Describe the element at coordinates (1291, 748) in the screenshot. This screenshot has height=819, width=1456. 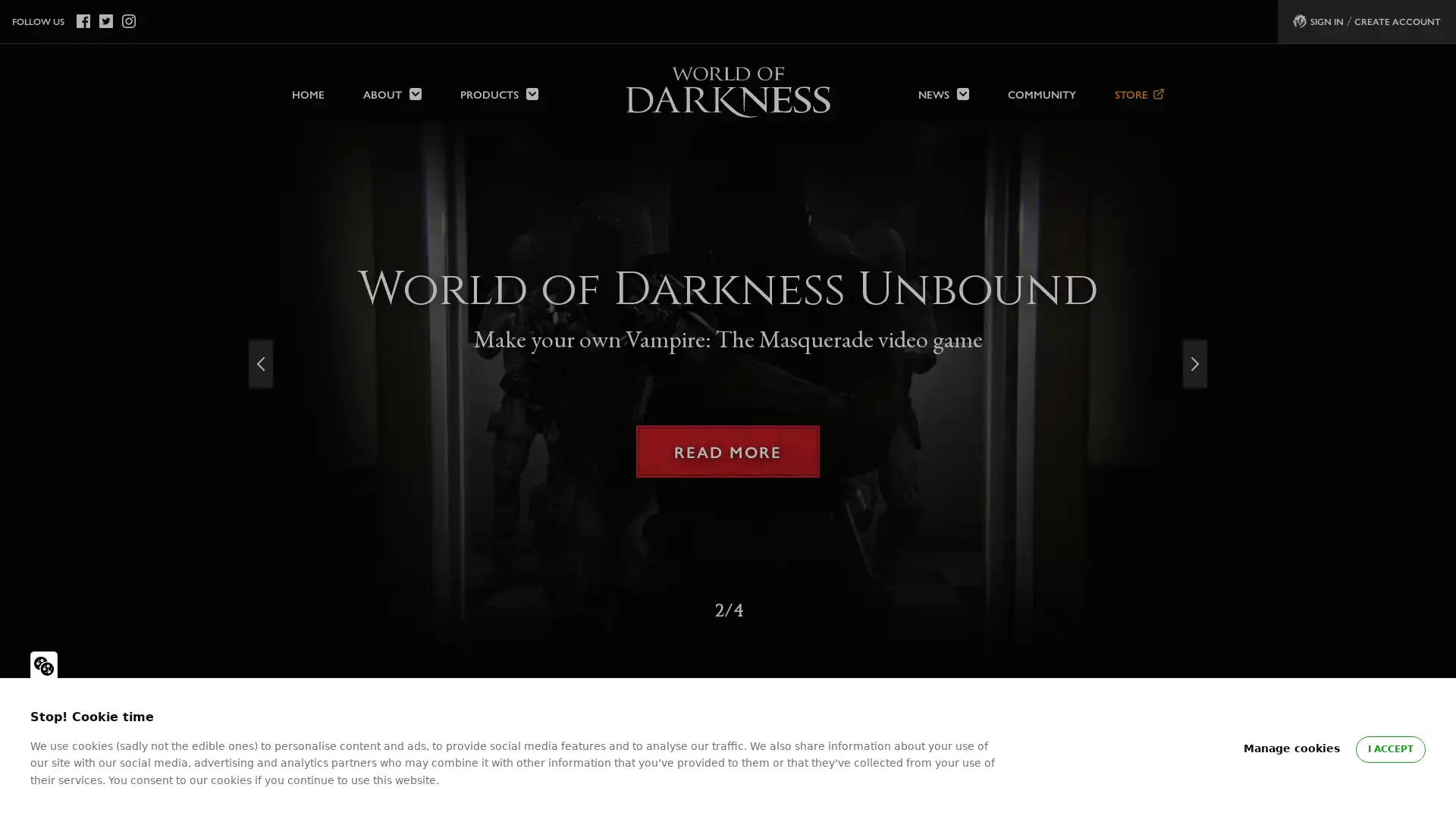
I see `Manage cookies` at that location.